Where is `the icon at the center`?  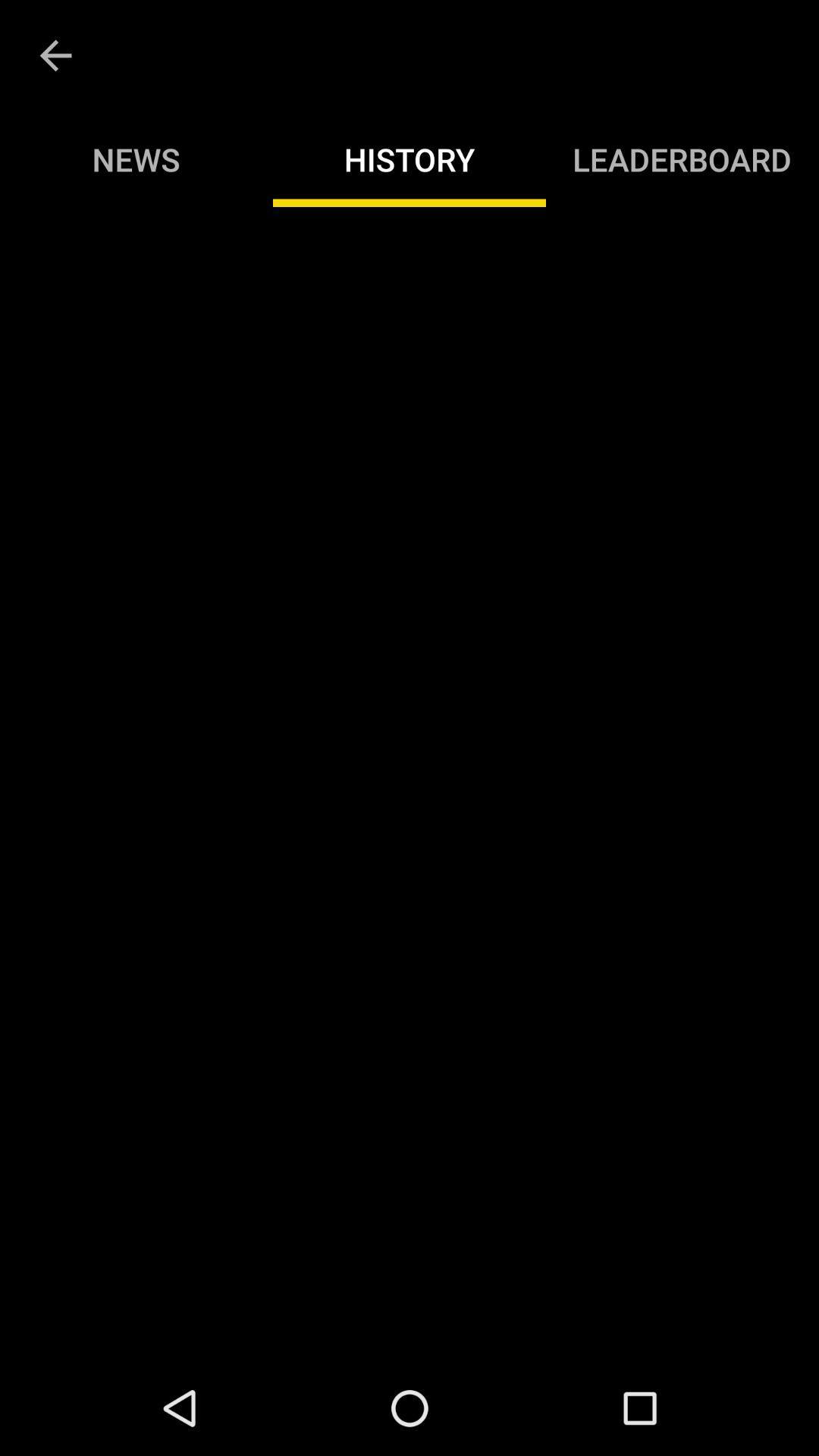
the icon at the center is located at coordinates (409, 783).